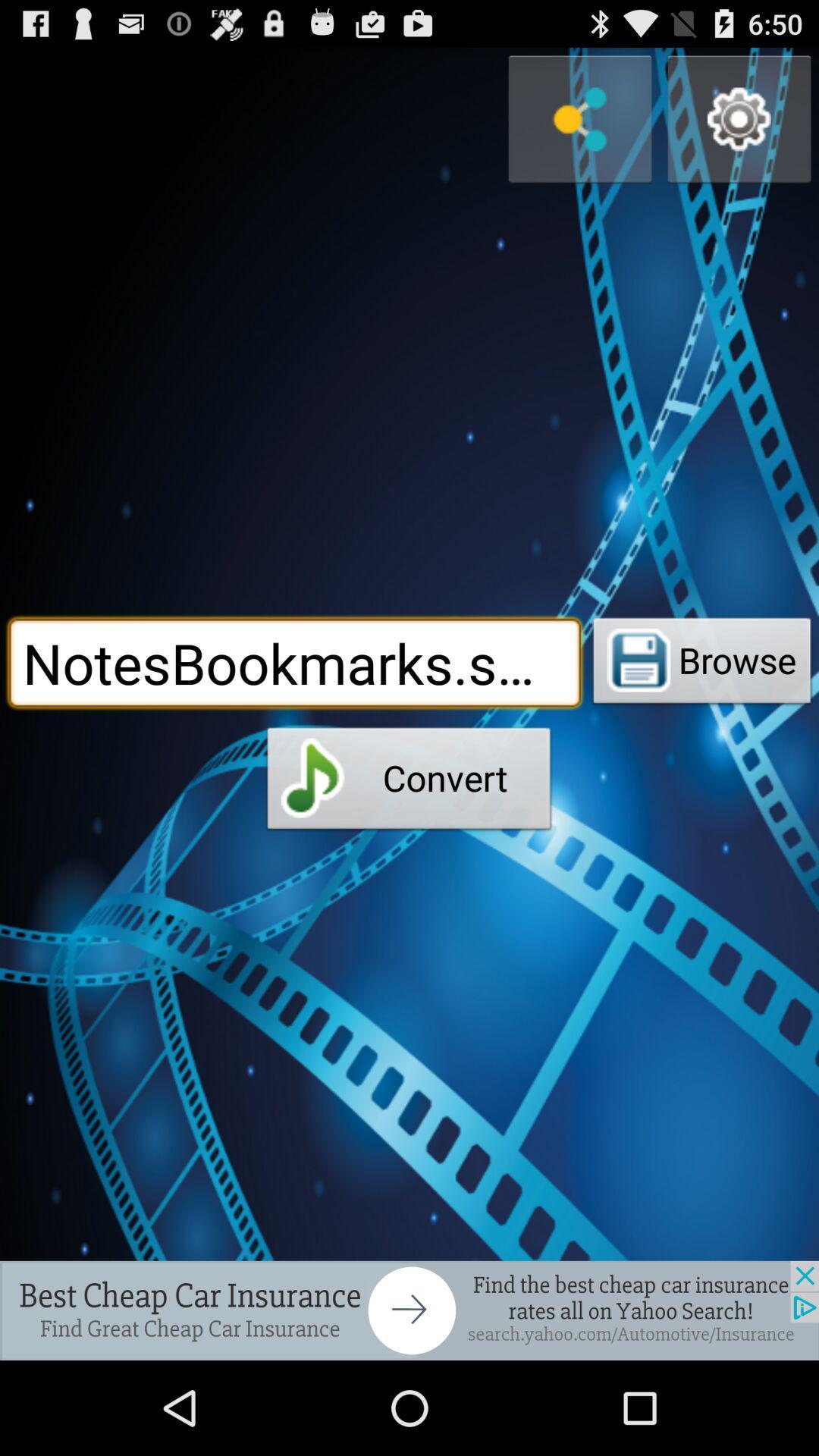 Image resolution: width=819 pixels, height=1456 pixels. What do you see at coordinates (739, 118) in the screenshot?
I see `settings` at bounding box center [739, 118].